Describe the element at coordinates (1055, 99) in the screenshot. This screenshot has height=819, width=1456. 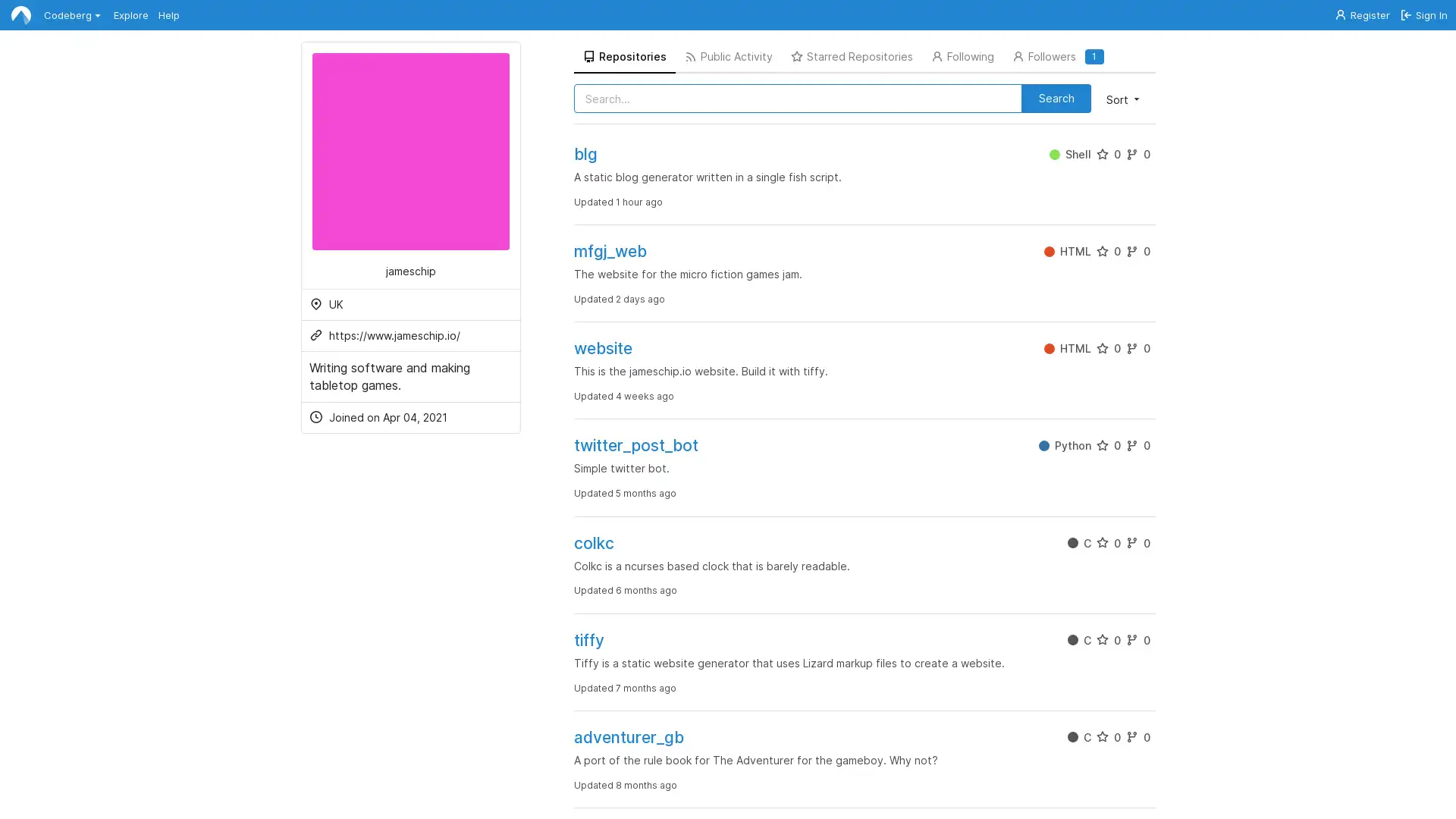
I see `Search` at that location.